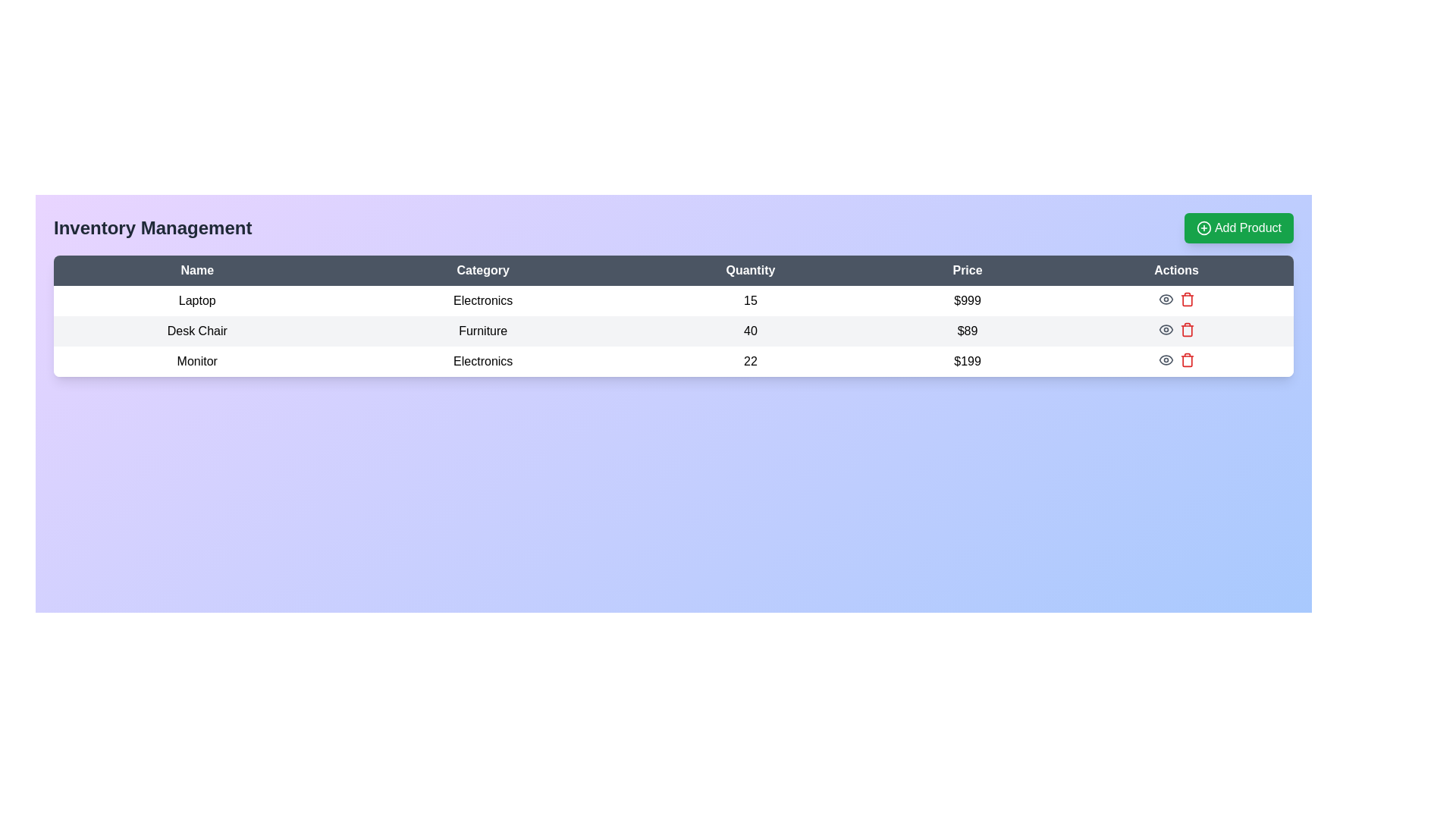 This screenshot has width=1456, height=819. Describe the element at coordinates (482, 362) in the screenshot. I see `the 'Electronics' text label, which is a bold, black font displayed on a light purple background, located in the 'Monitor' row under the 'Category' heading` at that location.